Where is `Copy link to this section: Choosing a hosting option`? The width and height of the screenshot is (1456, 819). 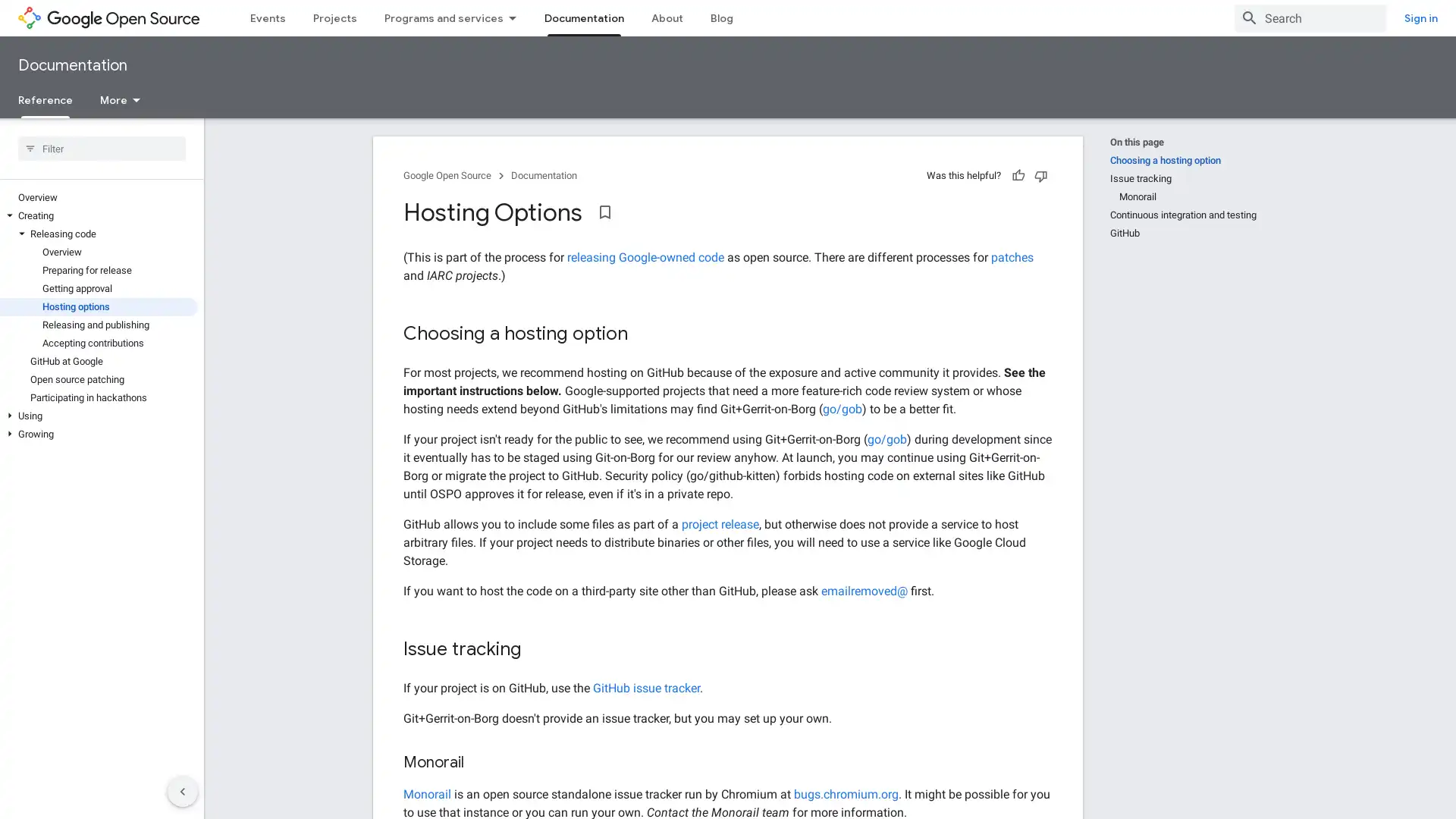
Copy link to this section: Choosing a hosting option is located at coordinates (643, 333).